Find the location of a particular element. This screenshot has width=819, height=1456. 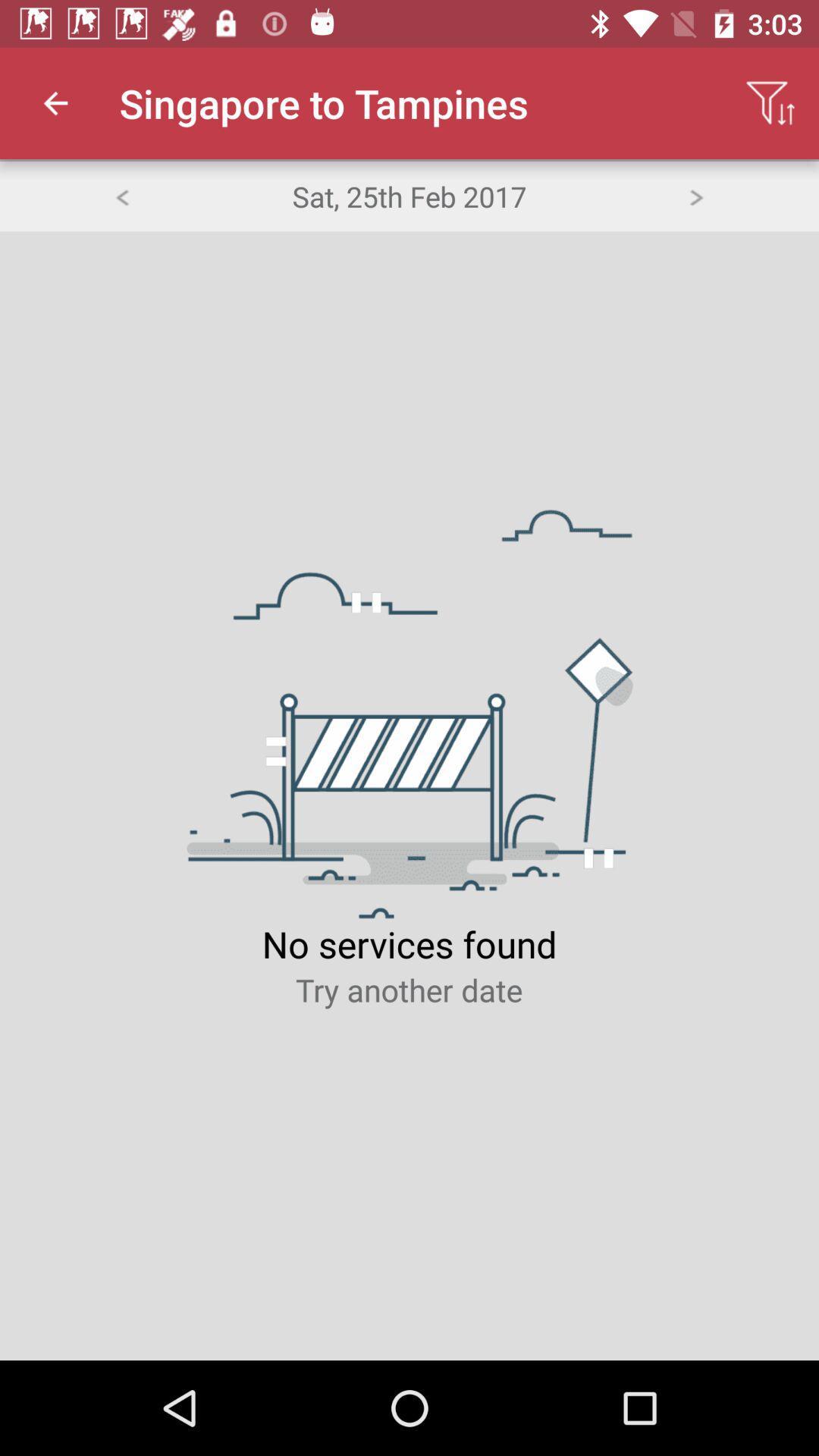

icon to the left of the singapore to tampines app is located at coordinates (55, 102).